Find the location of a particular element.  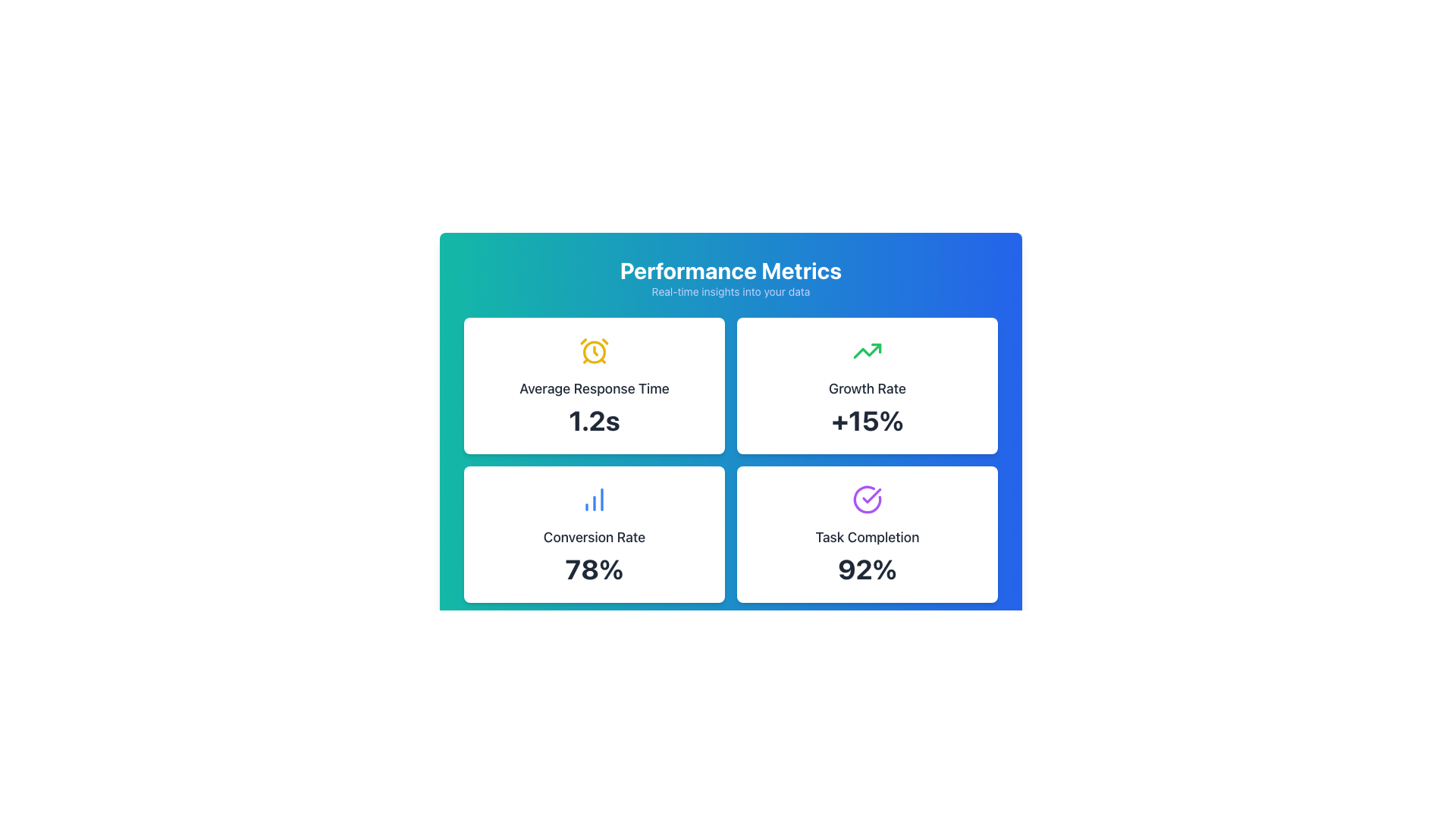

the performance metrics grid layout, which is centered on the page and located below the 'Performance Metrics' header is located at coordinates (731, 459).